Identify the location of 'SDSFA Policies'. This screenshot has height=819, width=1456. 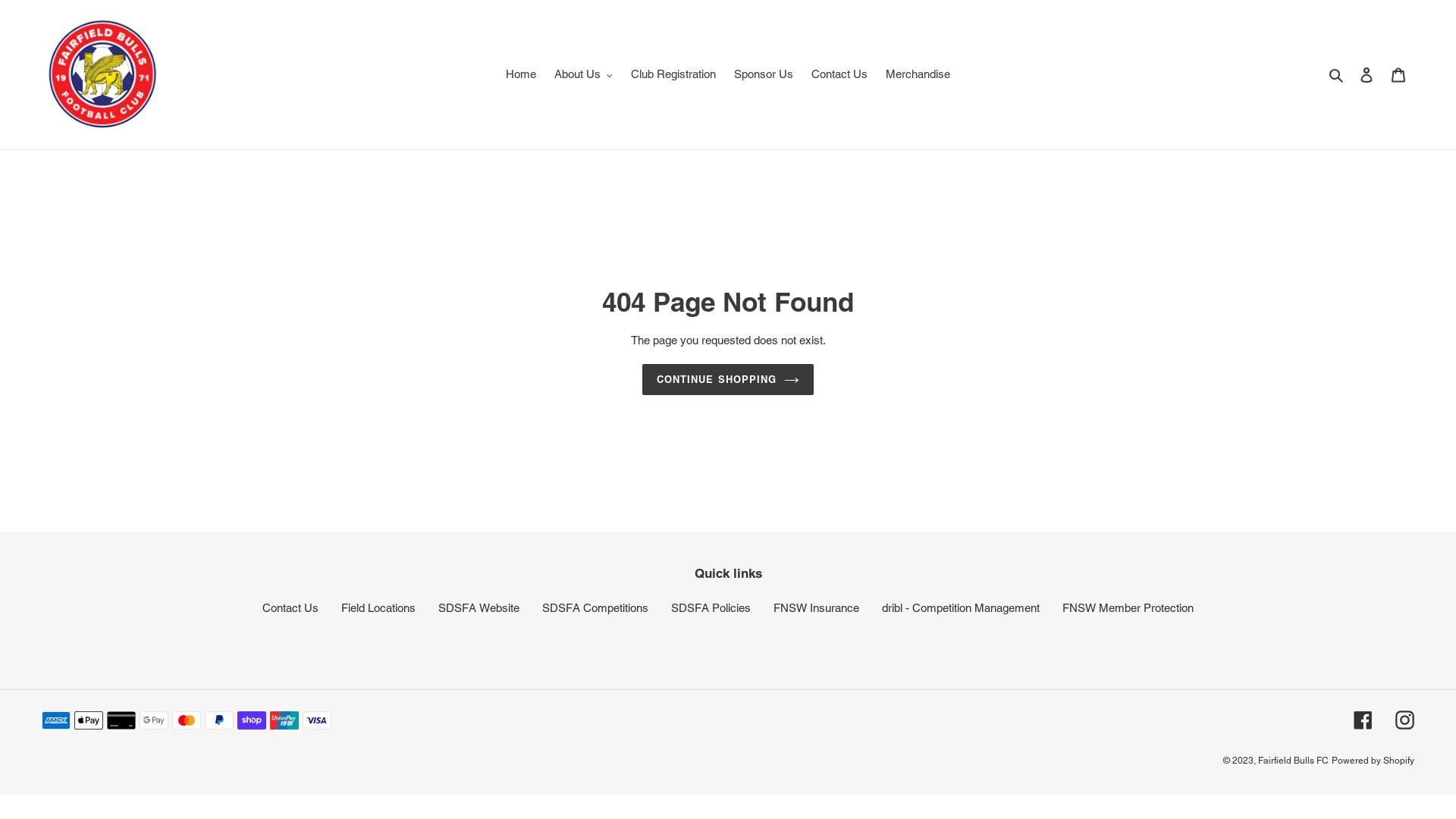
(710, 607).